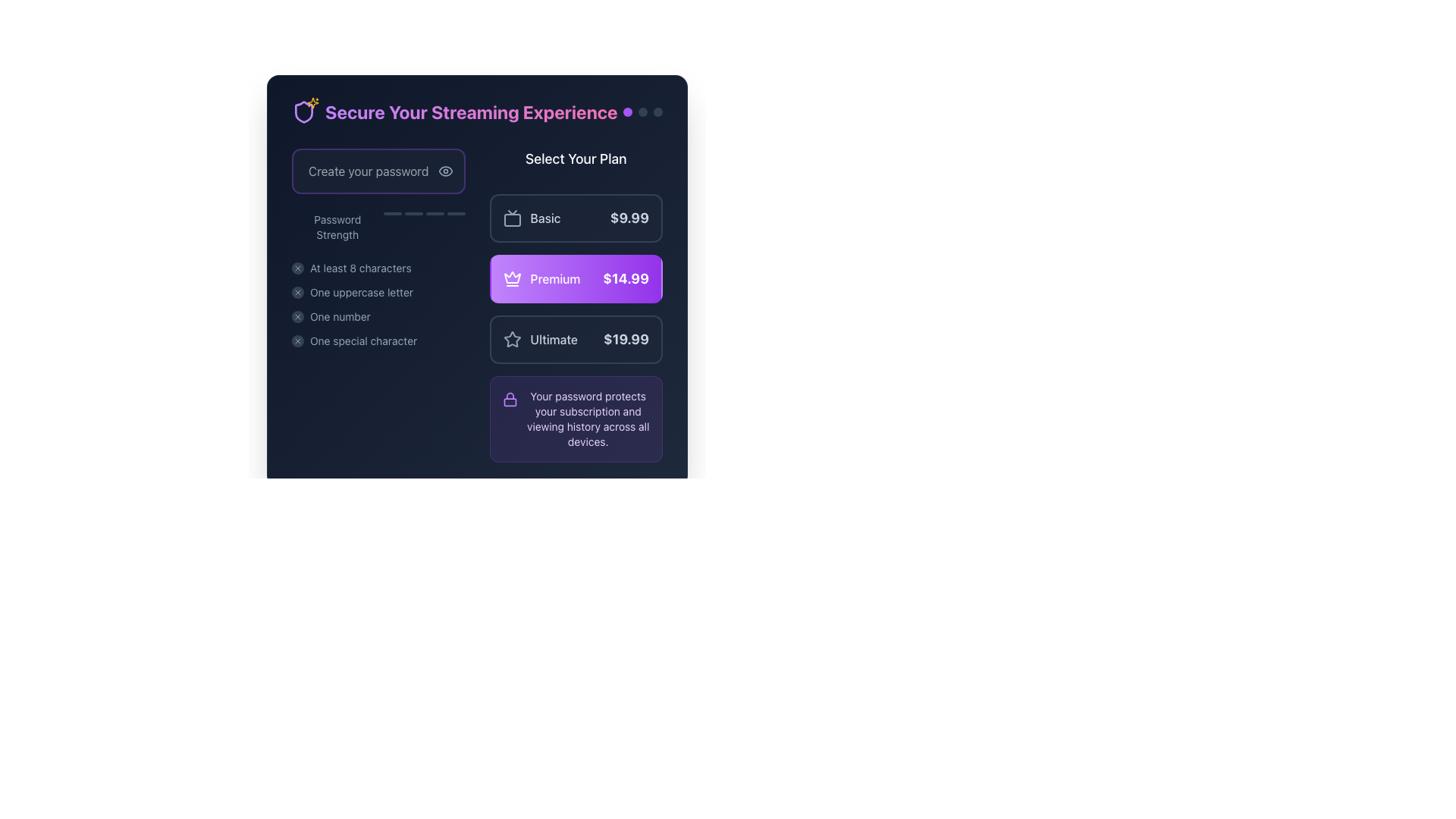 This screenshot has width=1456, height=819. I want to click on the small rectangular keyhole shape located at the bottom of the purple lock icon in the header section titled 'Secure Your Streaming Experience', so click(510, 401).